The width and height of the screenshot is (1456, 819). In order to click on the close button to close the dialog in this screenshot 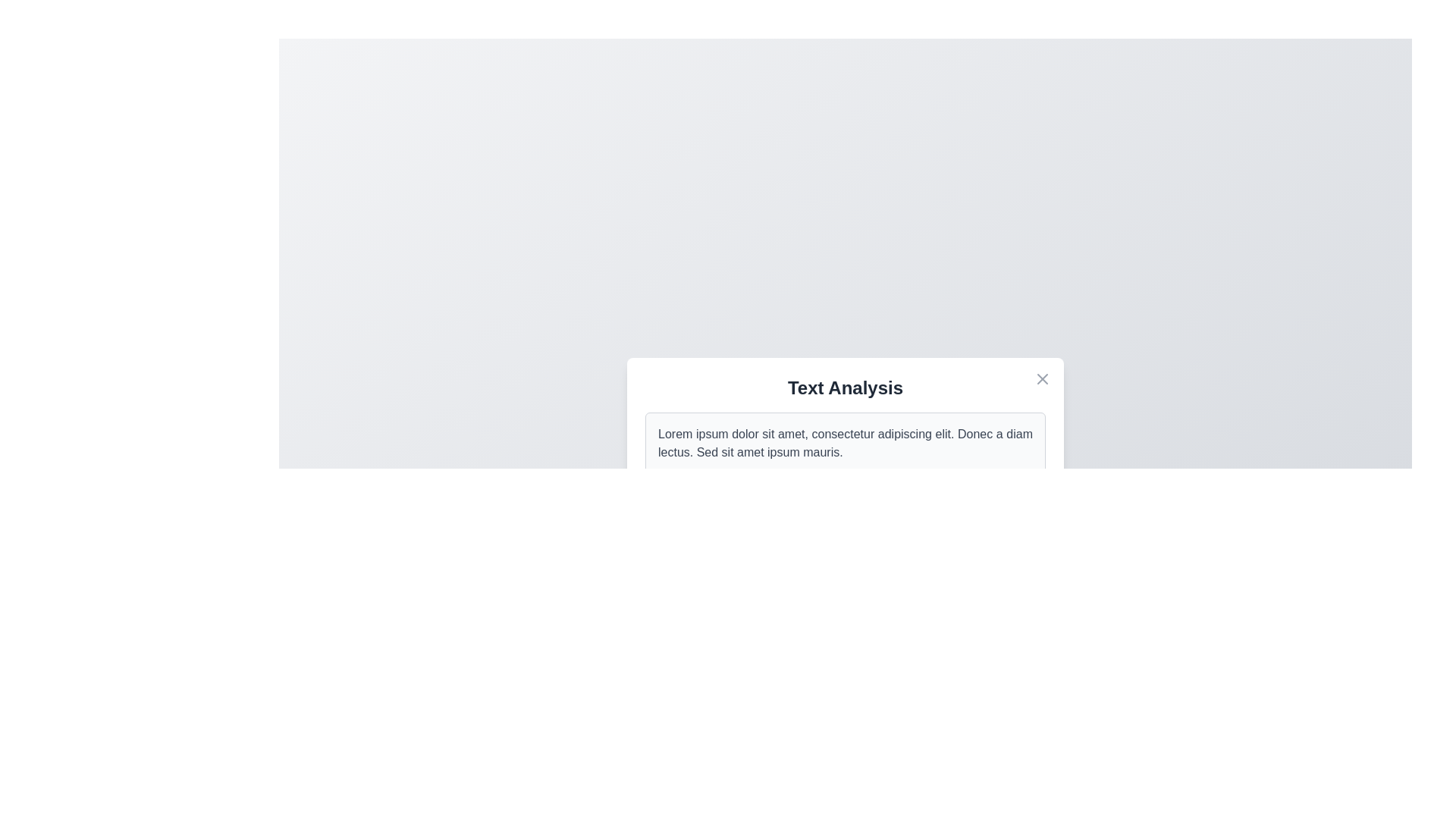, I will do `click(1041, 378)`.